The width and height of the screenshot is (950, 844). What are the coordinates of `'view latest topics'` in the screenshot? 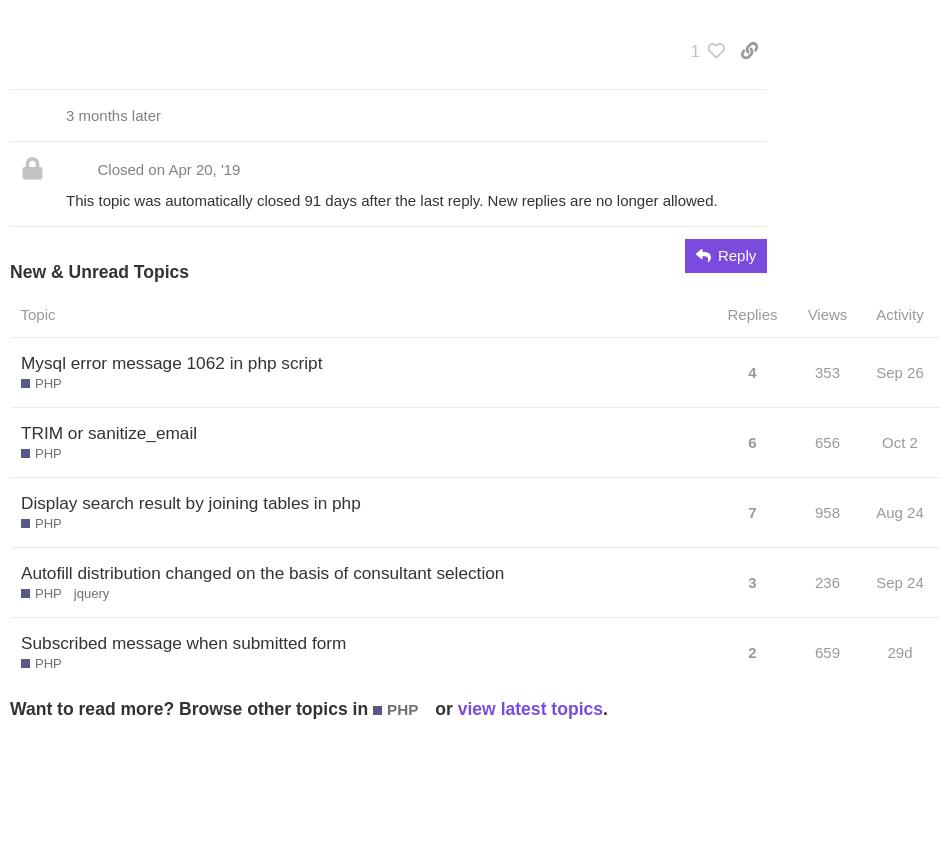 It's located at (456, 707).